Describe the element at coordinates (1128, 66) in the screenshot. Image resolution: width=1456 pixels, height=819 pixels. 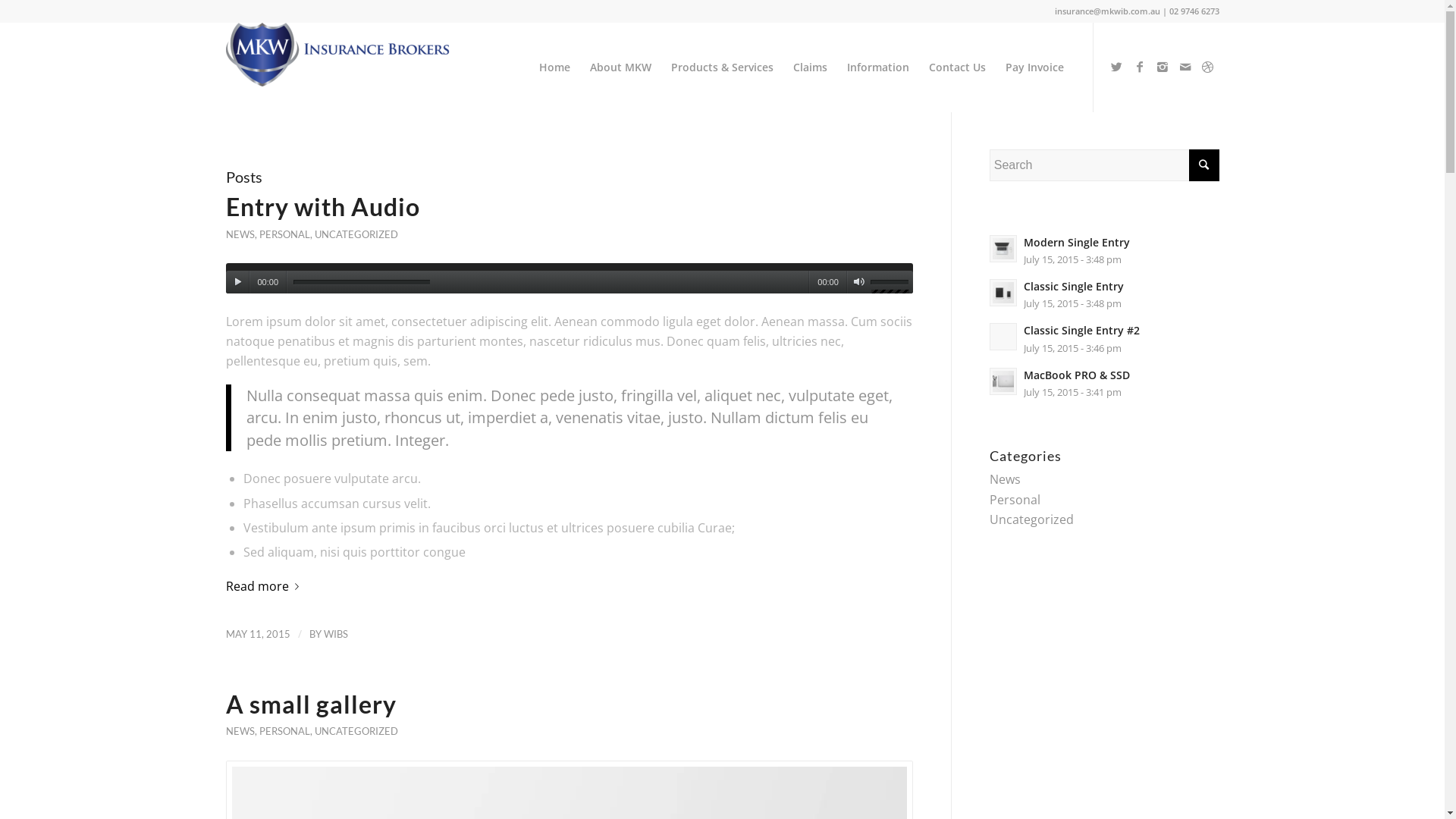
I see `'Facebook'` at that location.